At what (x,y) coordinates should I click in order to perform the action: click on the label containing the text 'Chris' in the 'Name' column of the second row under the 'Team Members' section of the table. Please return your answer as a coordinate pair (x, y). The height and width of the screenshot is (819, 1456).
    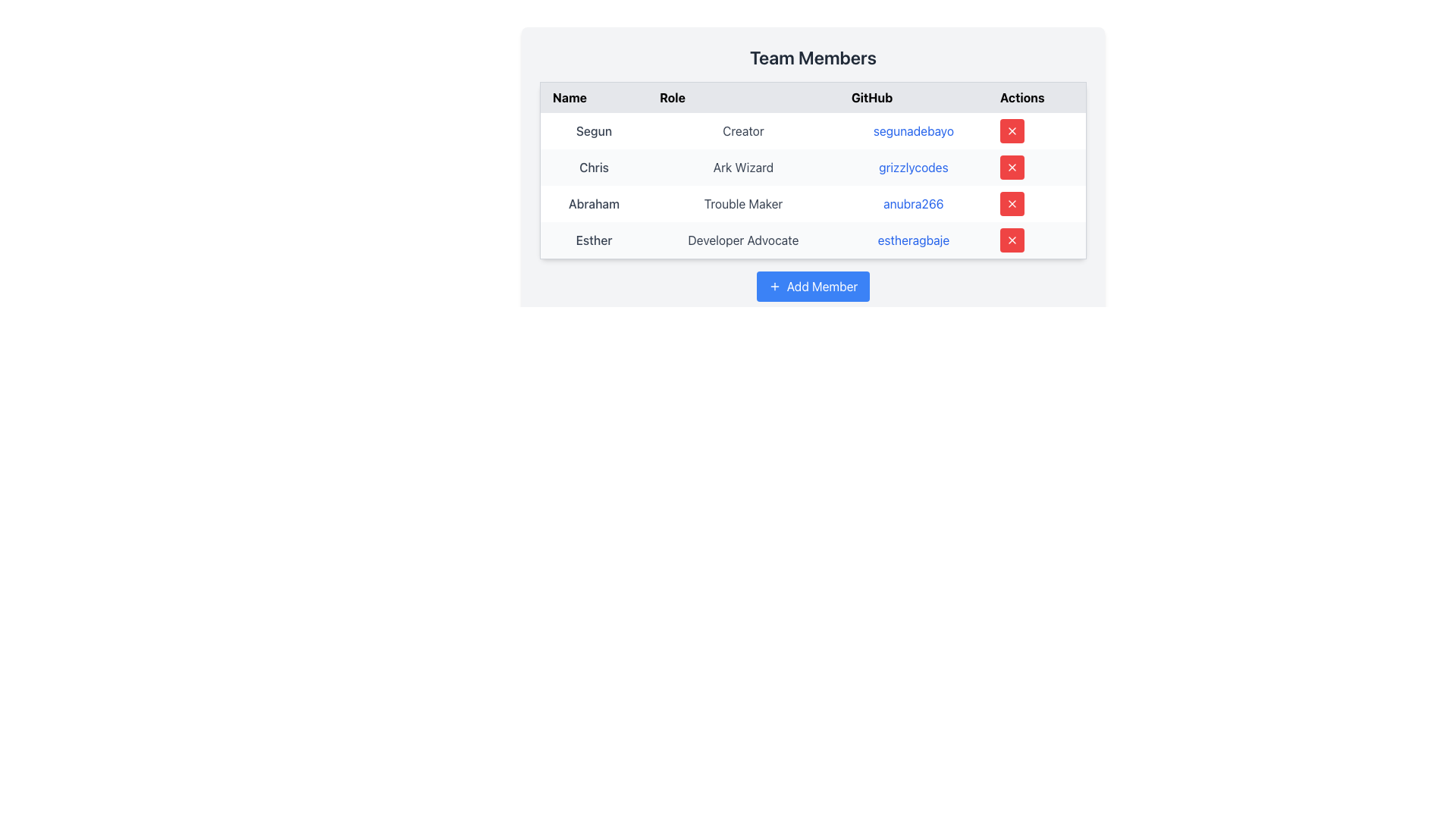
    Looking at the image, I should click on (593, 167).